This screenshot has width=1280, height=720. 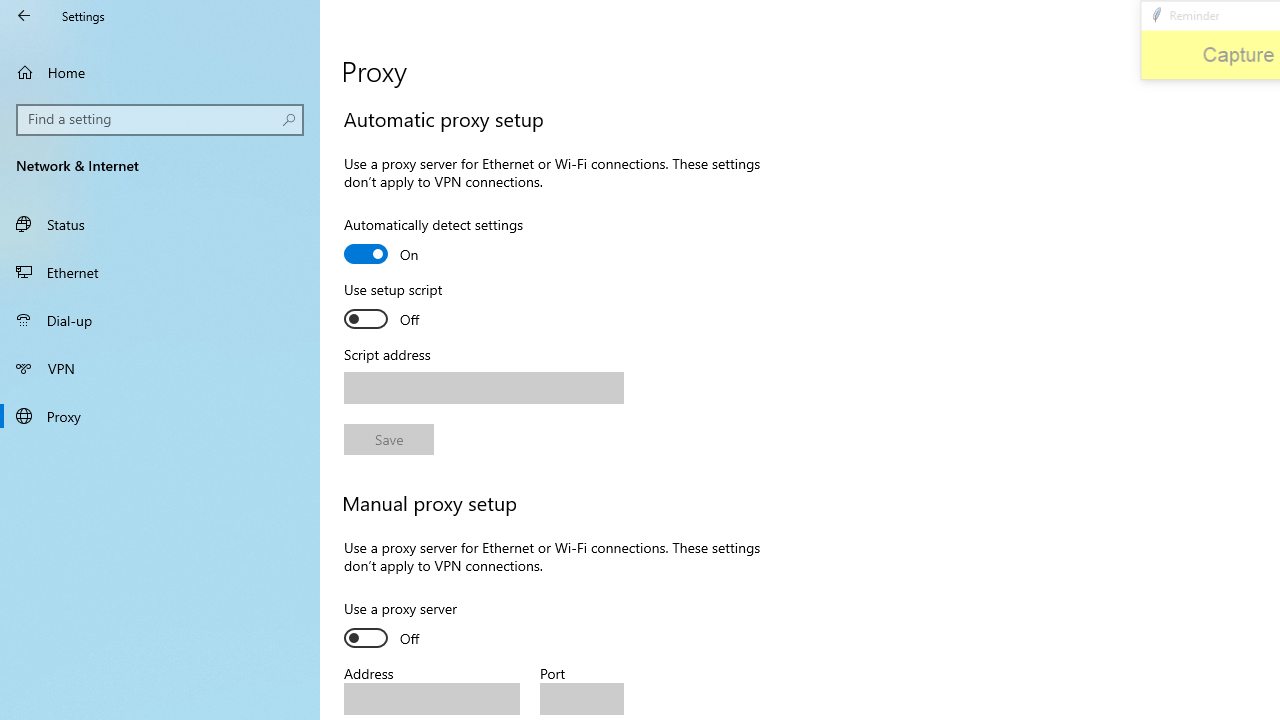 What do you see at coordinates (484, 388) in the screenshot?
I see `'Script address'` at bounding box center [484, 388].